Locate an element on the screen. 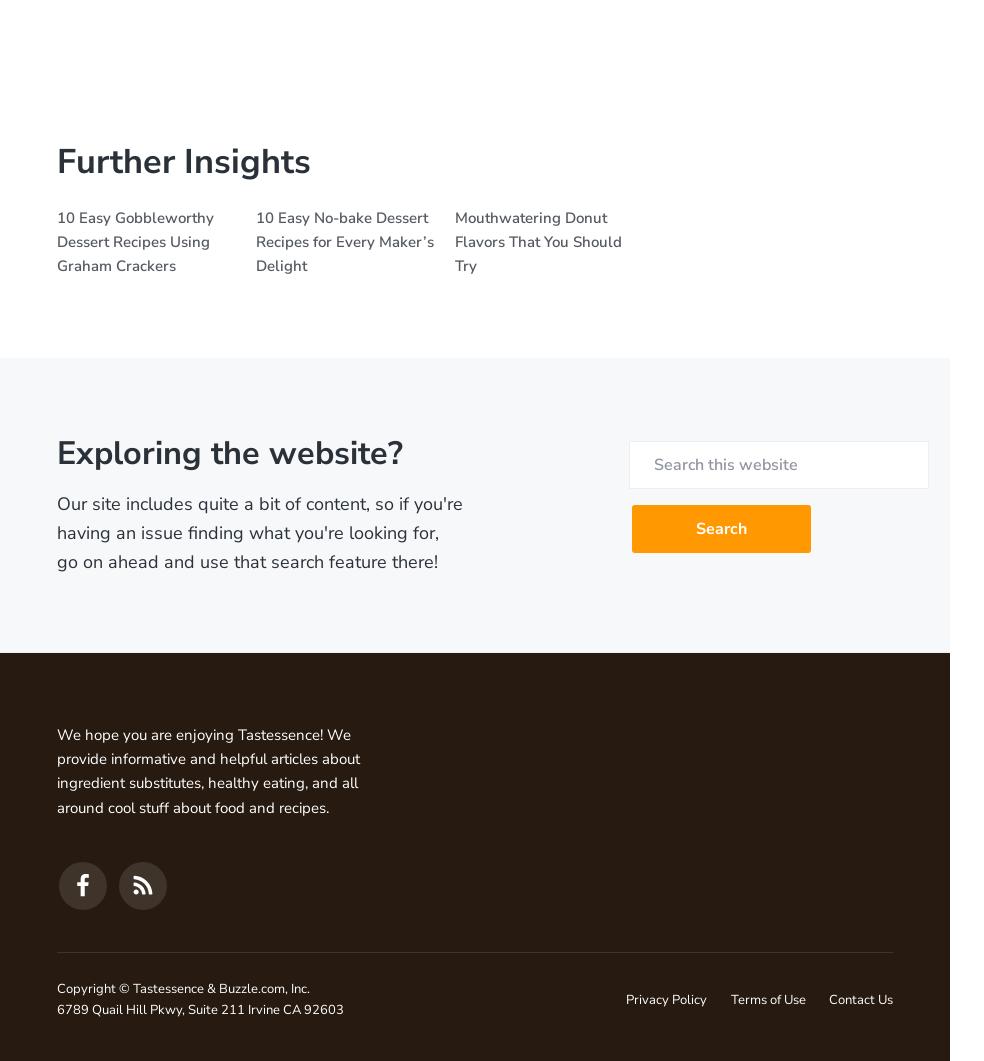 This screenshot has height=1061, width=984. 'Exploring the website?' is located at coordinates (229, 453).